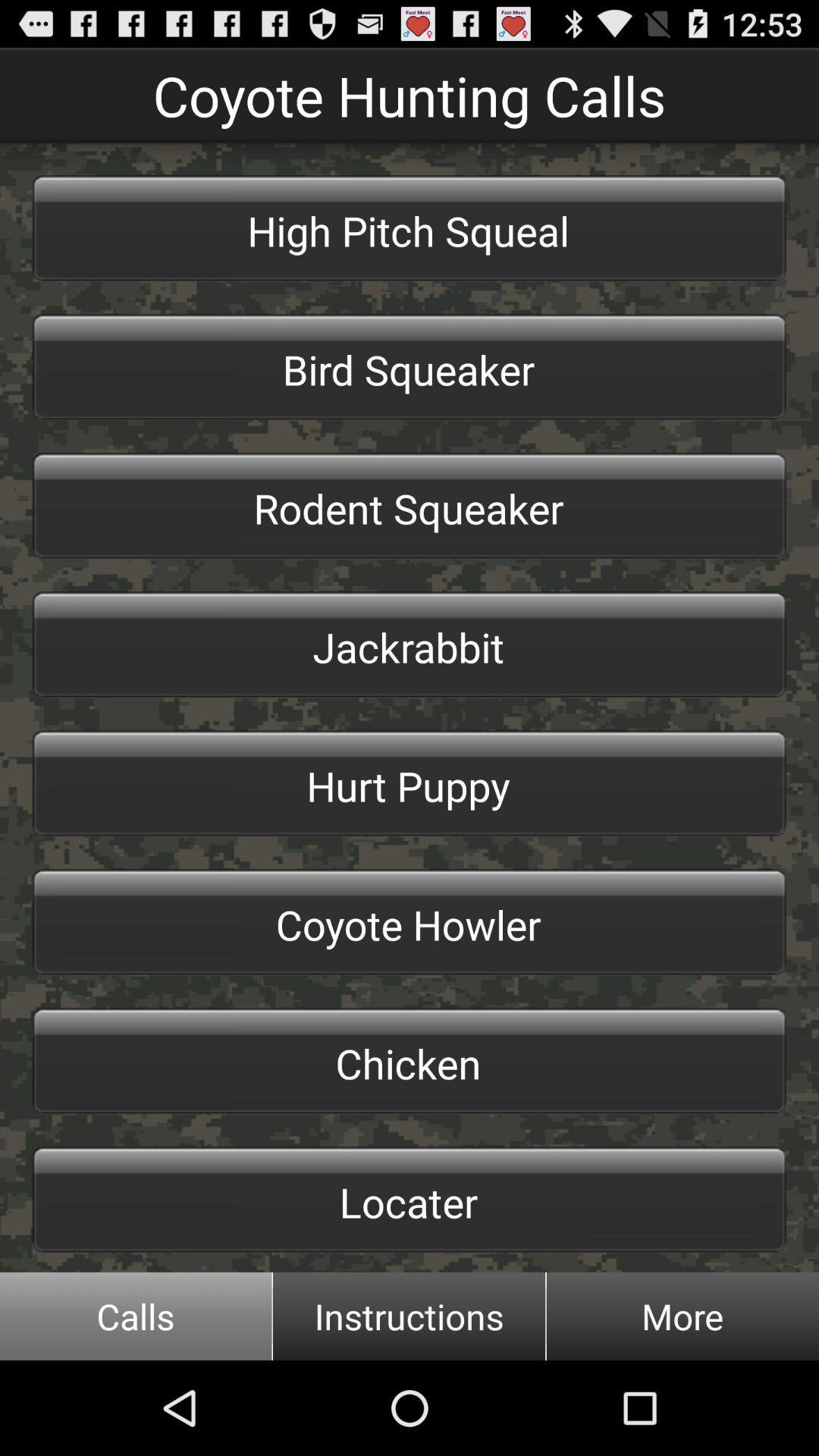  I want to click on the item below coyote howler item, so click(409, 1060).